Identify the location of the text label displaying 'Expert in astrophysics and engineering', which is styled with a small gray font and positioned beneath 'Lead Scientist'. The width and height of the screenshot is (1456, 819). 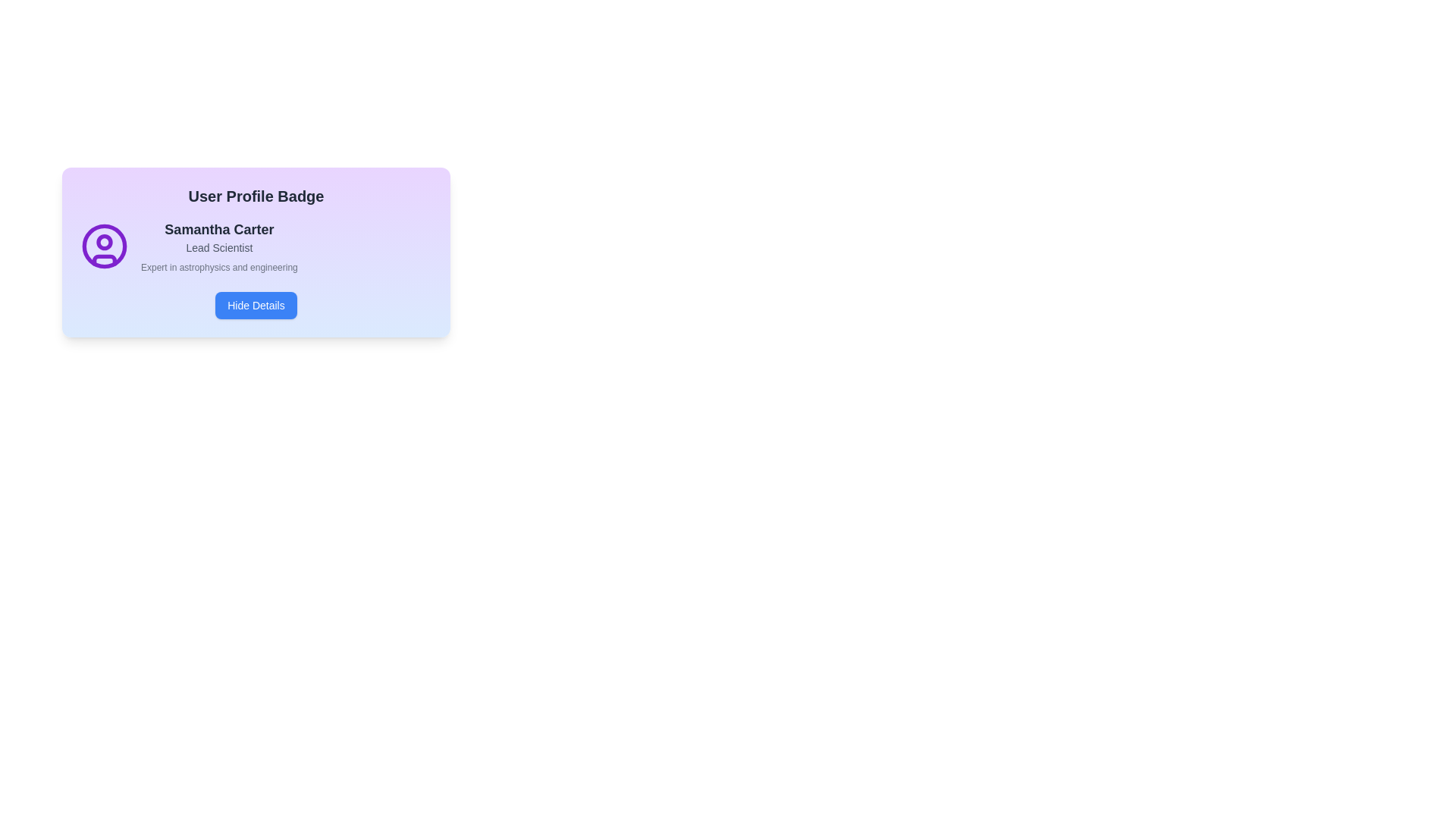
(218, 267).